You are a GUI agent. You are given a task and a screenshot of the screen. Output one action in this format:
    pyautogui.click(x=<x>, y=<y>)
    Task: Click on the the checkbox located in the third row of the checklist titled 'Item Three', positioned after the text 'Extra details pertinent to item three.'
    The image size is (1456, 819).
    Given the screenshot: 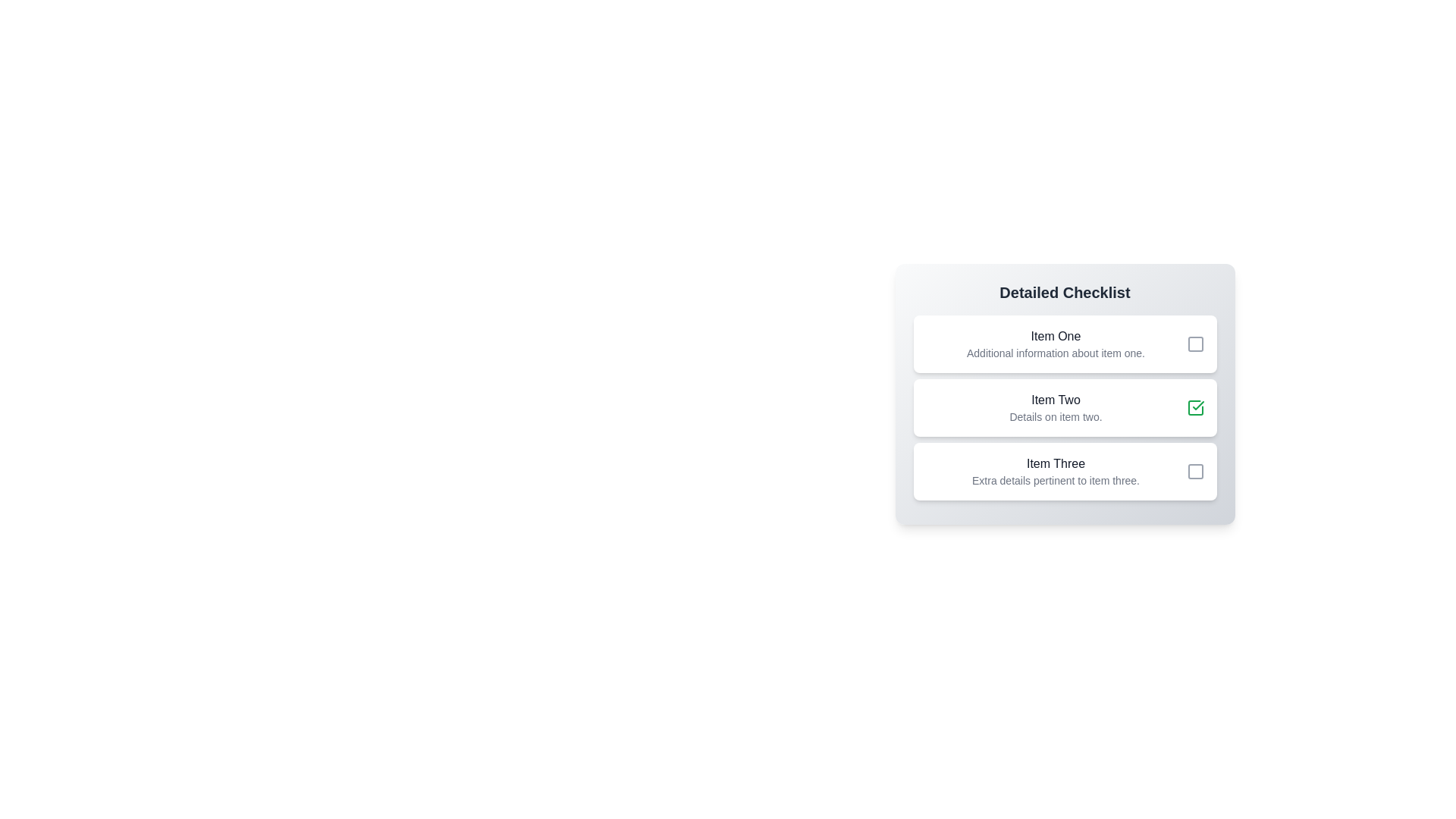 What is the action you would take?
    pyautogui.click(x=1194, y=470)
    